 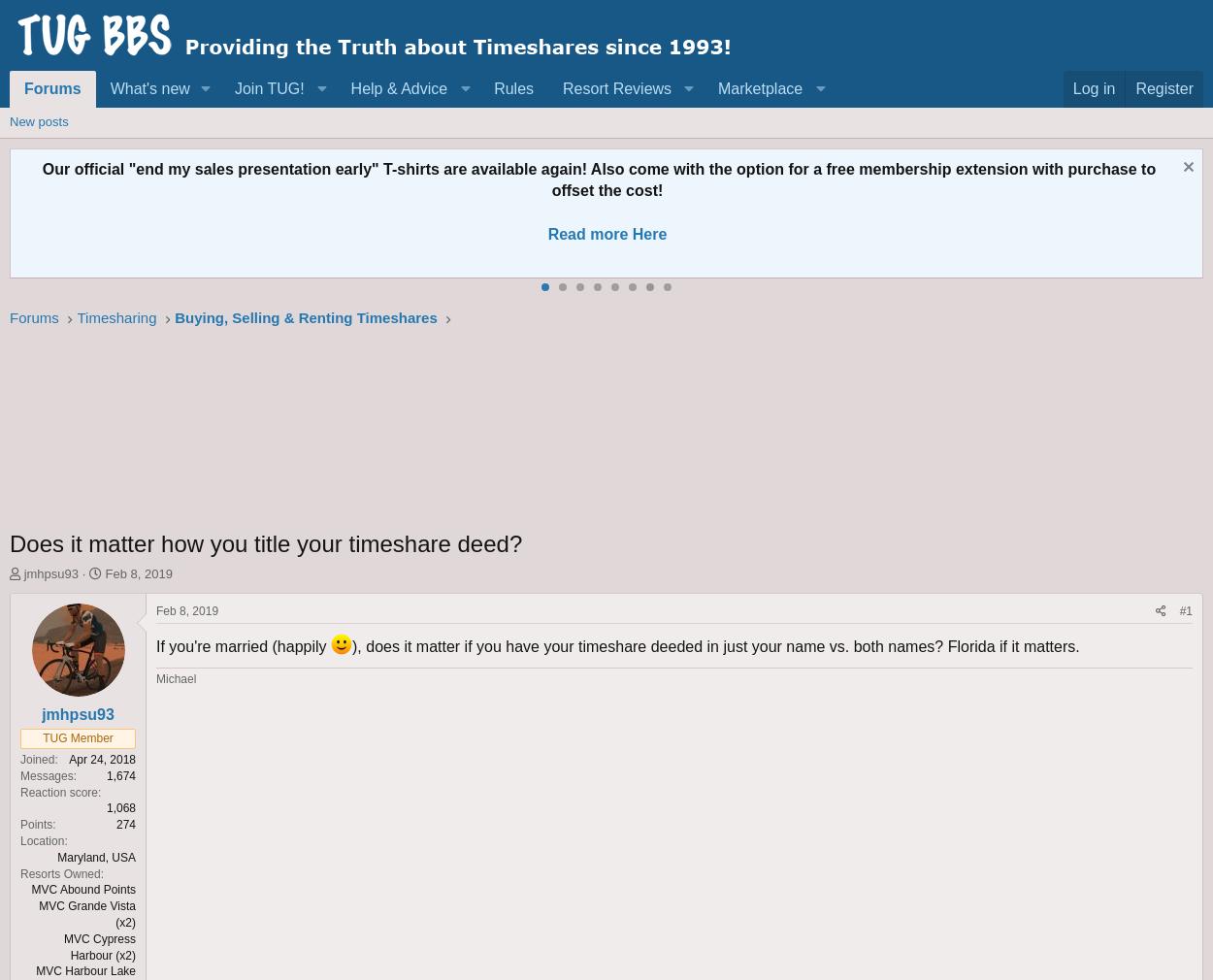 I want to click on 'Maryland, USA', so click(x=95, y=857).